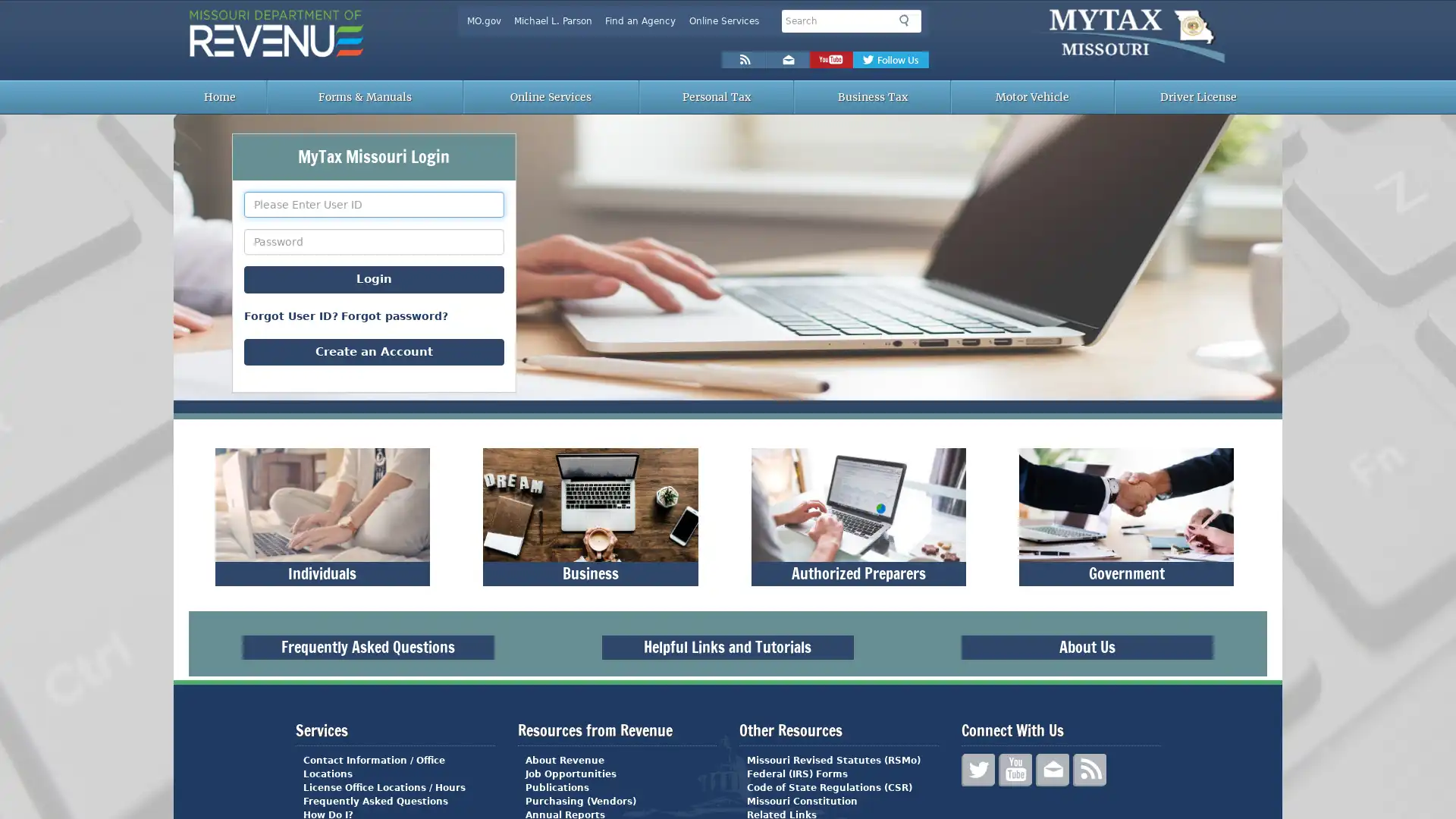 The height and width of the screenshot is (819, 1456). Describe the element at coordinates (374, 279) in the screenshot. I see `Login` at that location.